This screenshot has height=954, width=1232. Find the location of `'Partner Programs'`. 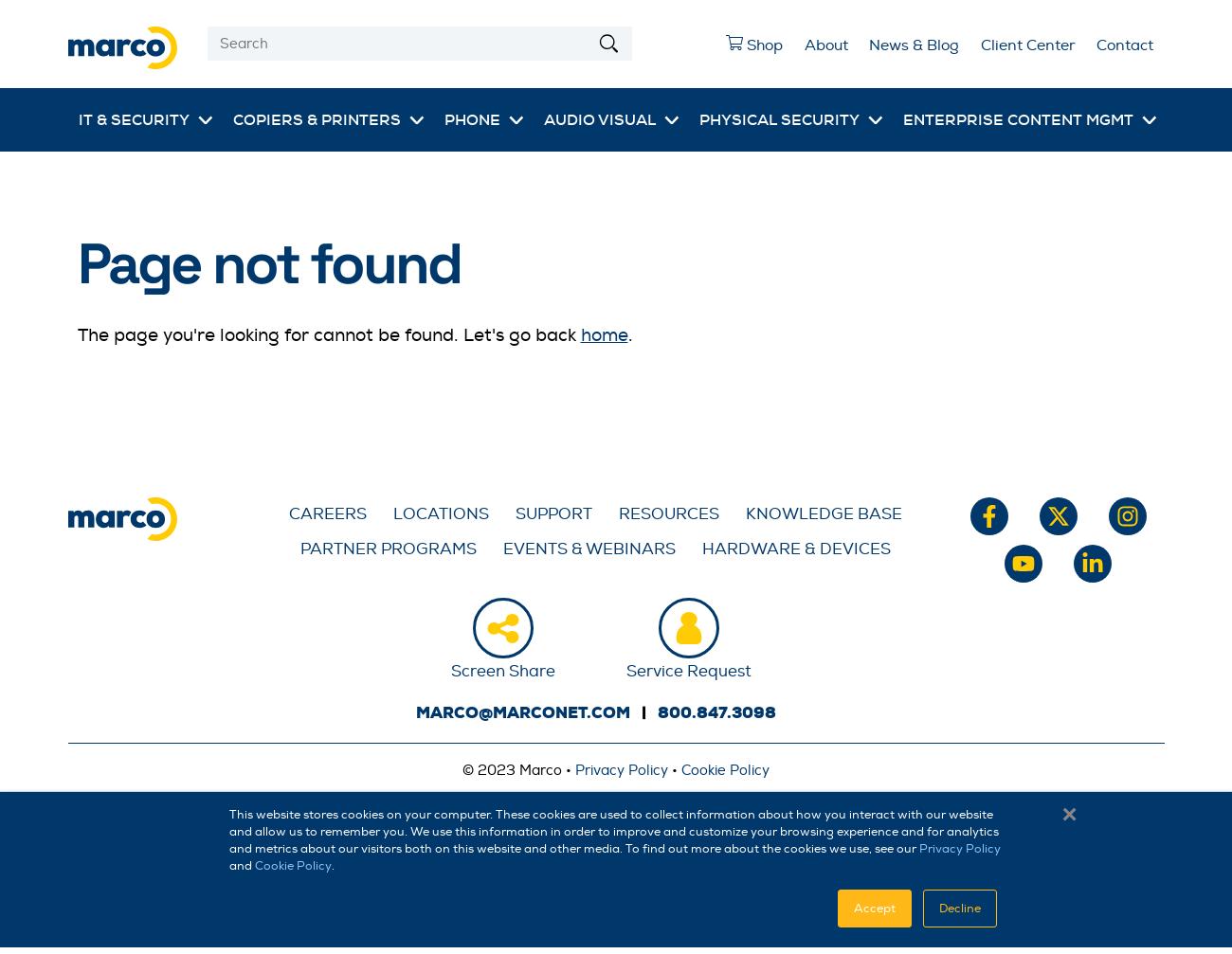

'Partner Programs' is located at coordinates (389, 547).